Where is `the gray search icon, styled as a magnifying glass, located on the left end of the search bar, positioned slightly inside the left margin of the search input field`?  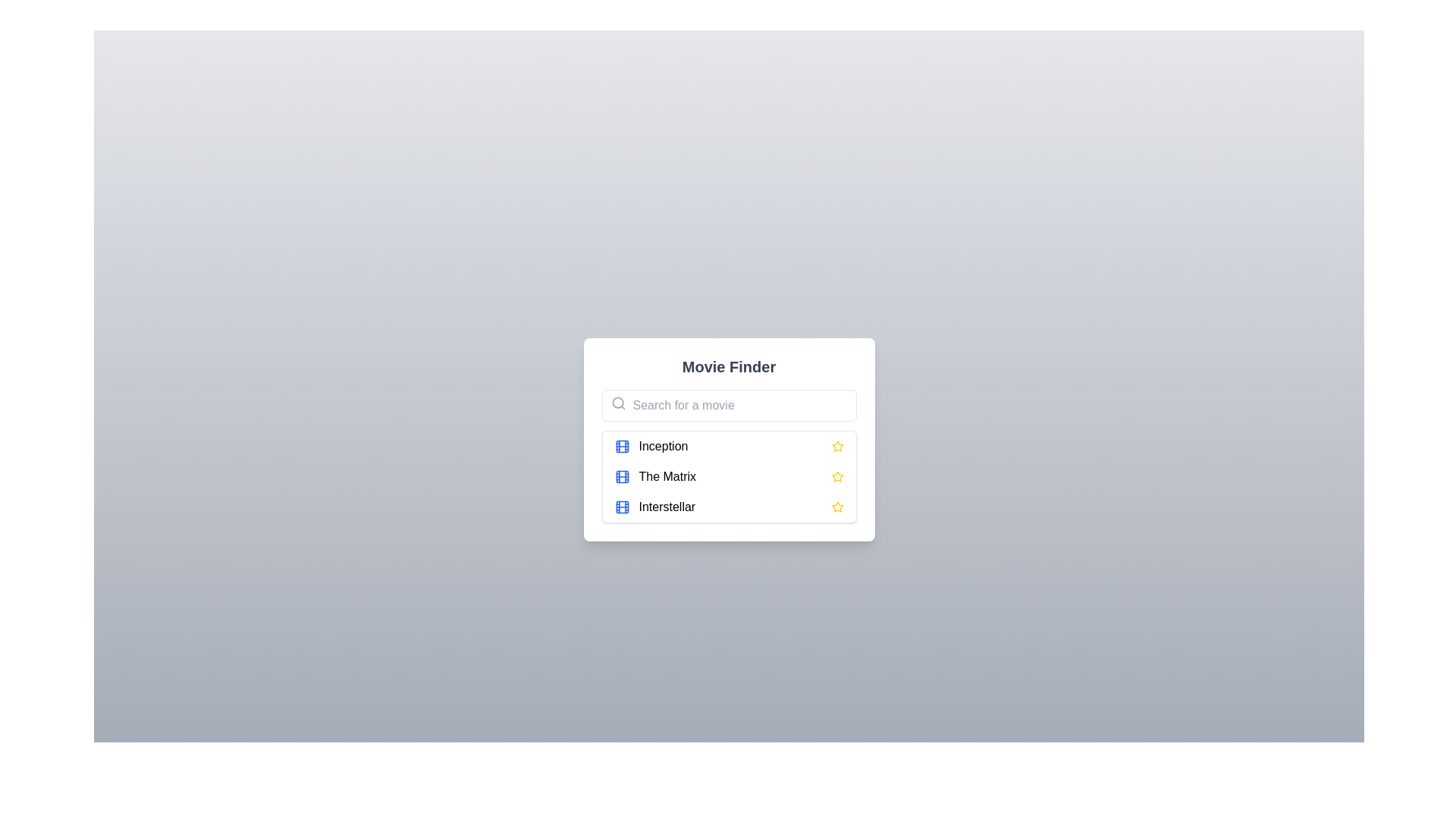
the gray search icon, styled as a magnifying glass, located on the left end of the search bar, positioned slightly inside the left margin of the search input field is located at coordinates (618, 403).